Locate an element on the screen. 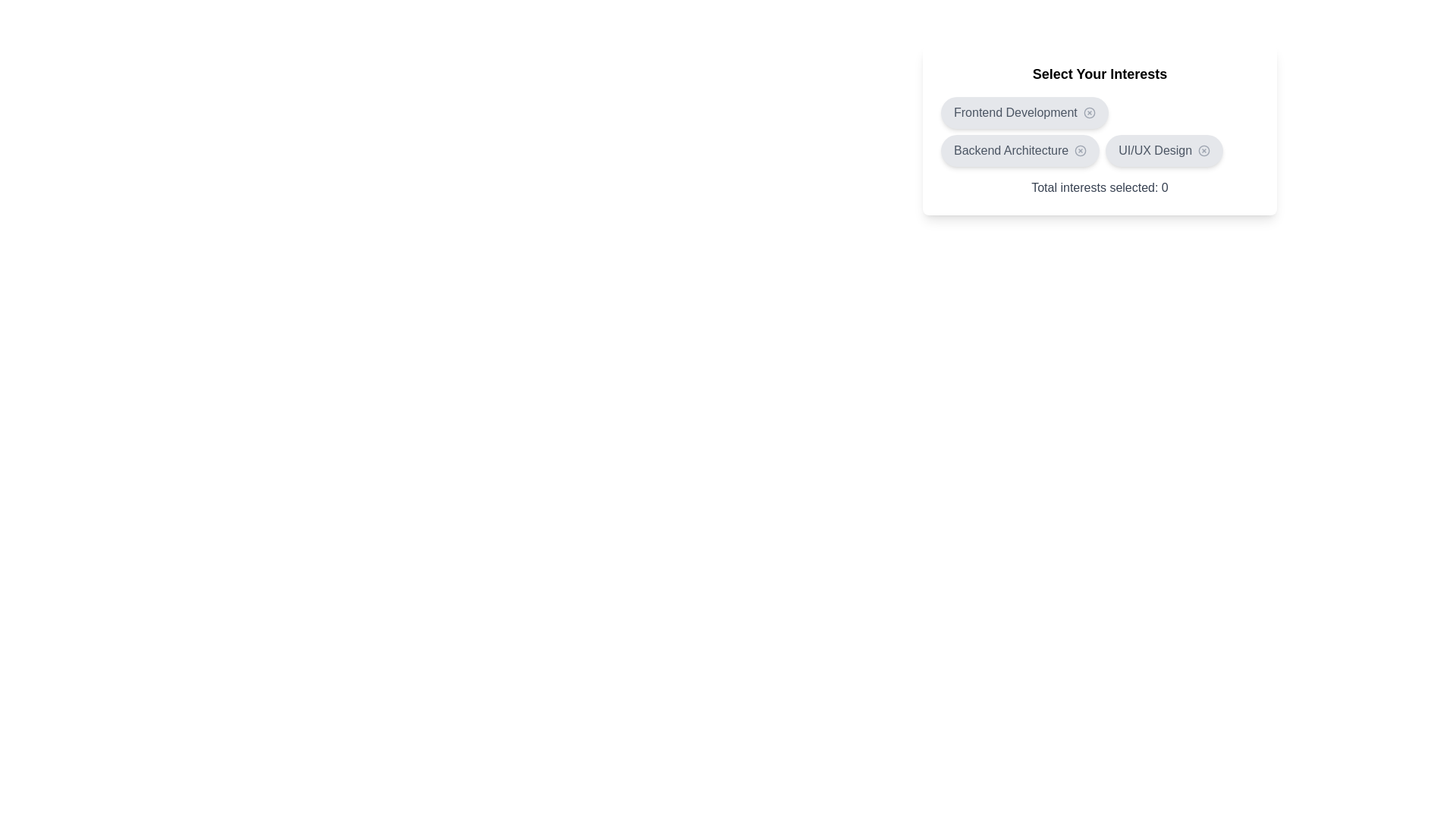 This screenshot has height=819, width=1456. the SVG Circle Component located inside the 'Backend Architecture' badge, positioned to the right side as part of a visual indicator is located at coordinates (1080, 151).